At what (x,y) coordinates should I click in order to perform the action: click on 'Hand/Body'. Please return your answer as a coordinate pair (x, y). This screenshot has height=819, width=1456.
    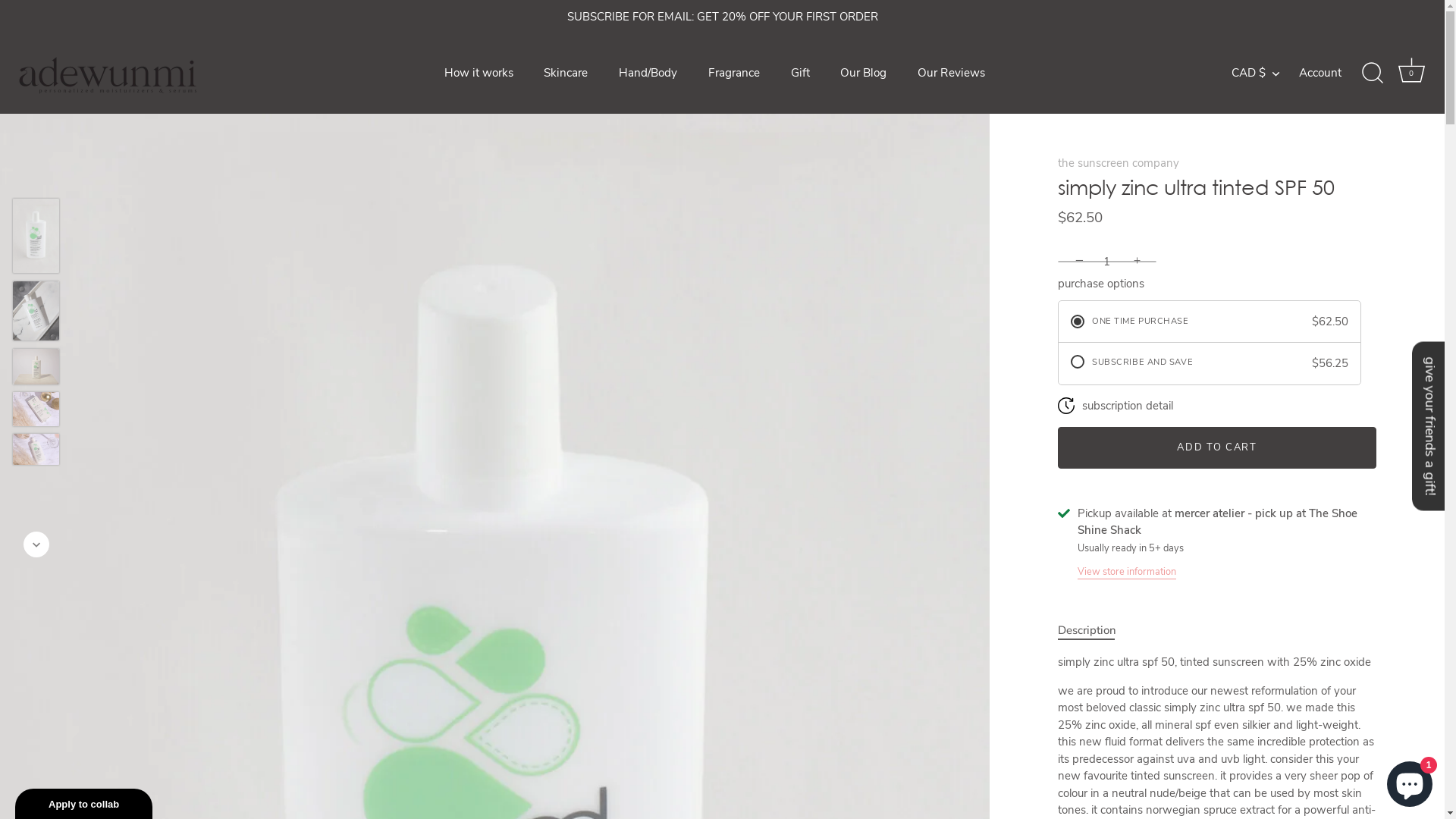
    Looking at the image, I should click on (648, 73).